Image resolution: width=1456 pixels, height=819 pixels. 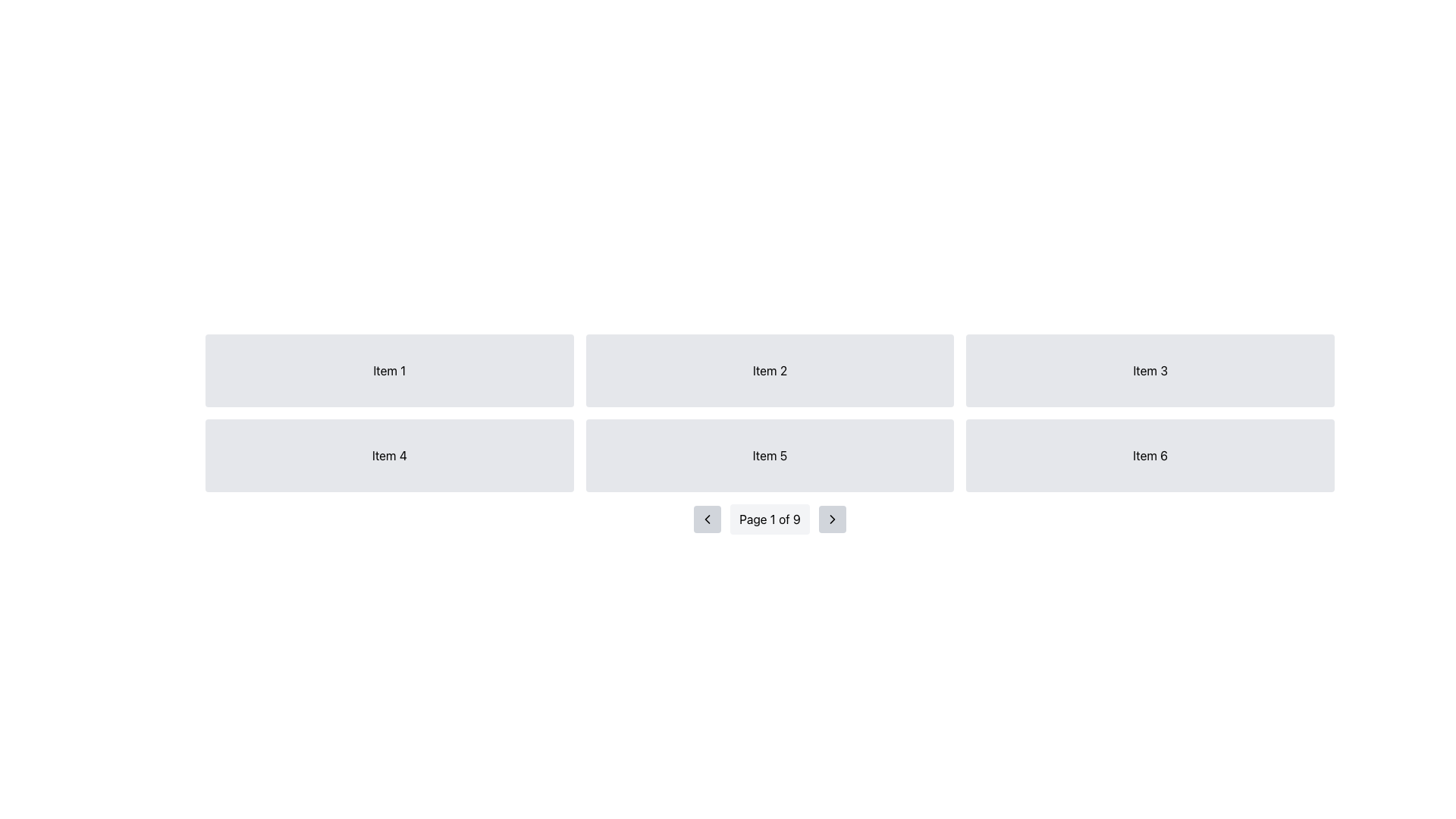 What do you see at coordinates (770, 519) in the screenshot?
I see `the static text display that indicates the current page and total number of pages in the pagination context, located centrally in the bottom navigation section` at bounding box center [770, 519].